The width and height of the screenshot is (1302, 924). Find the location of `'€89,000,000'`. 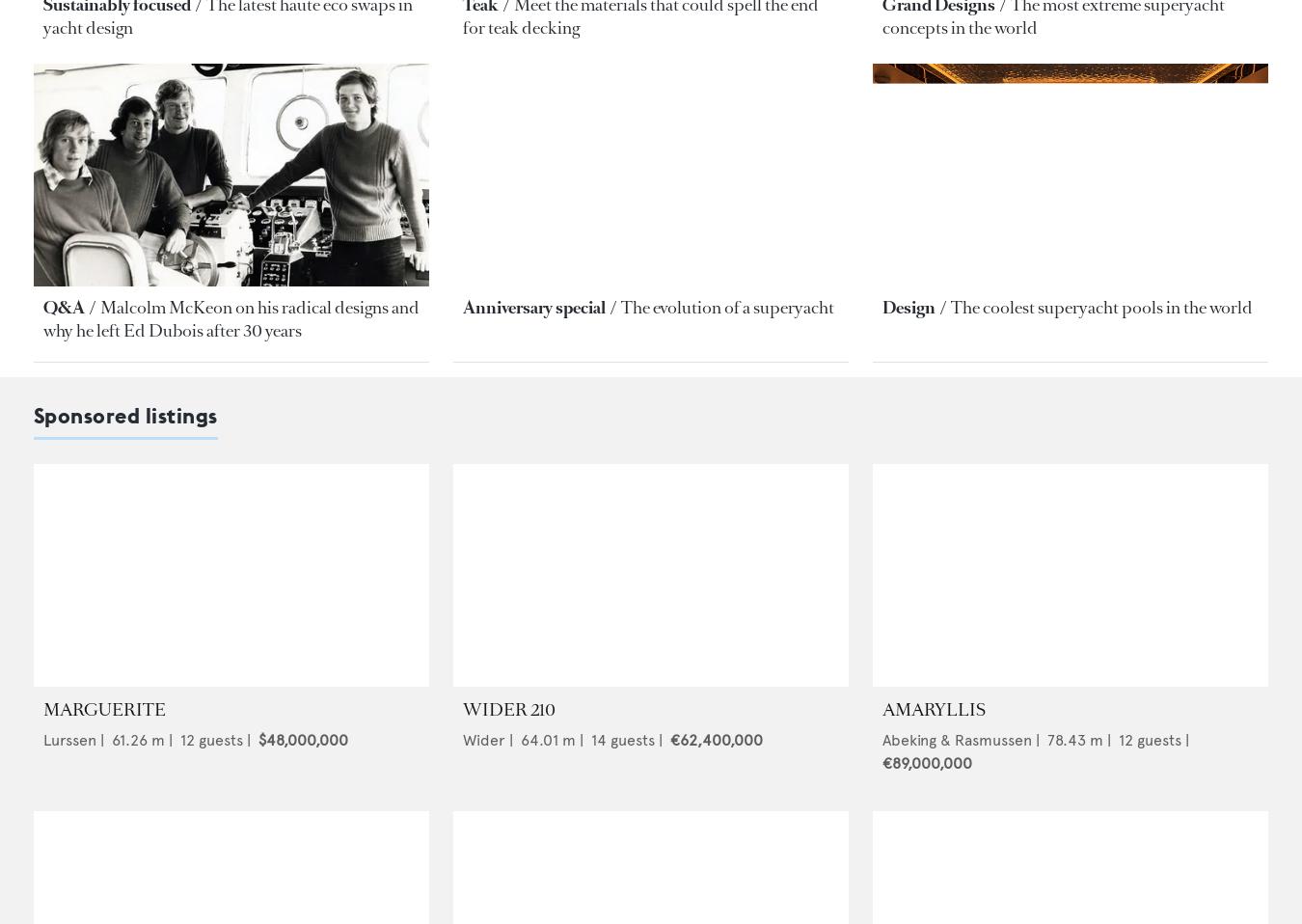

'€89,000,000' is located at coordinates (926, 762).